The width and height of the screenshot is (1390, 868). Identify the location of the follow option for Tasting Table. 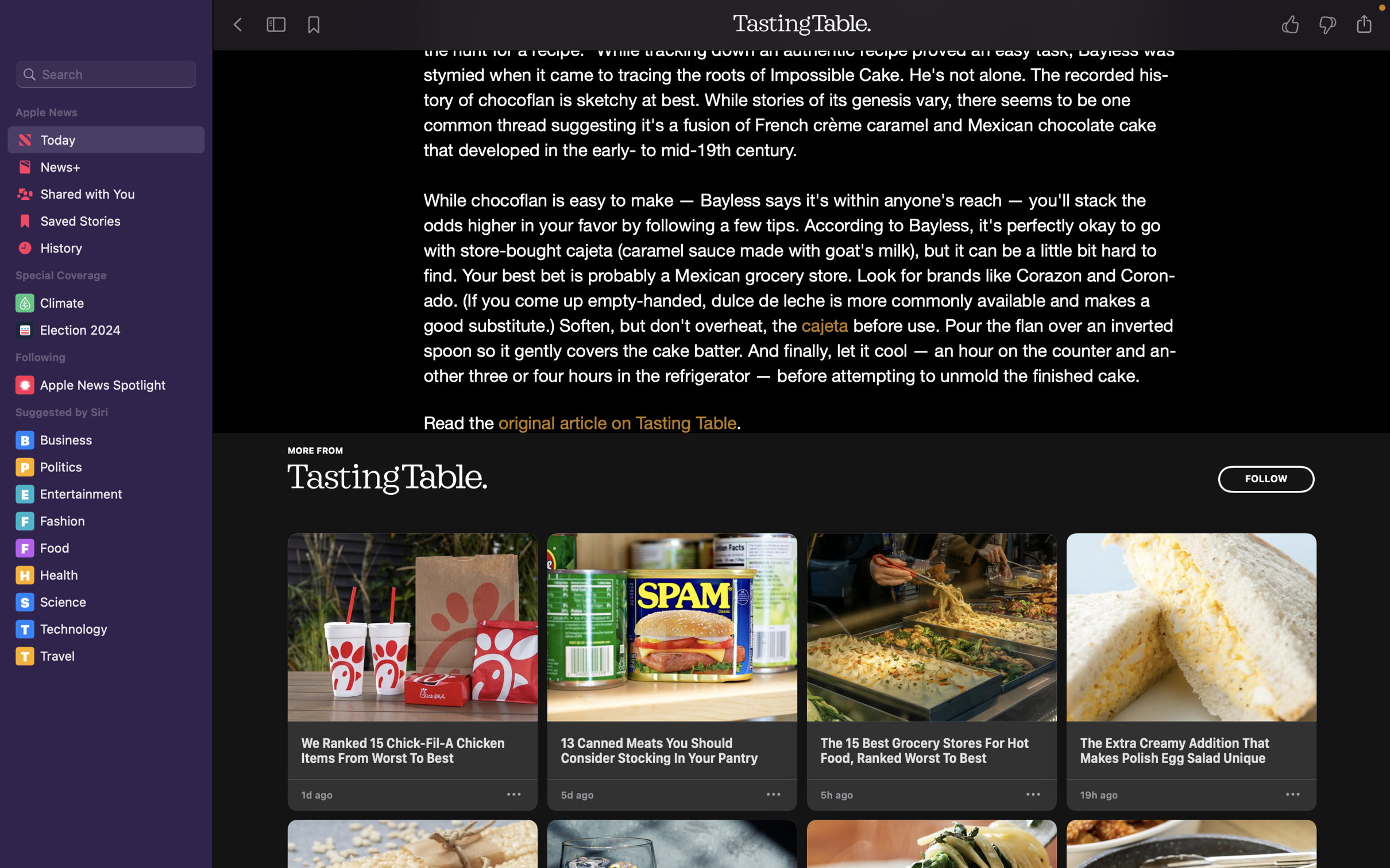
(1265, 479).